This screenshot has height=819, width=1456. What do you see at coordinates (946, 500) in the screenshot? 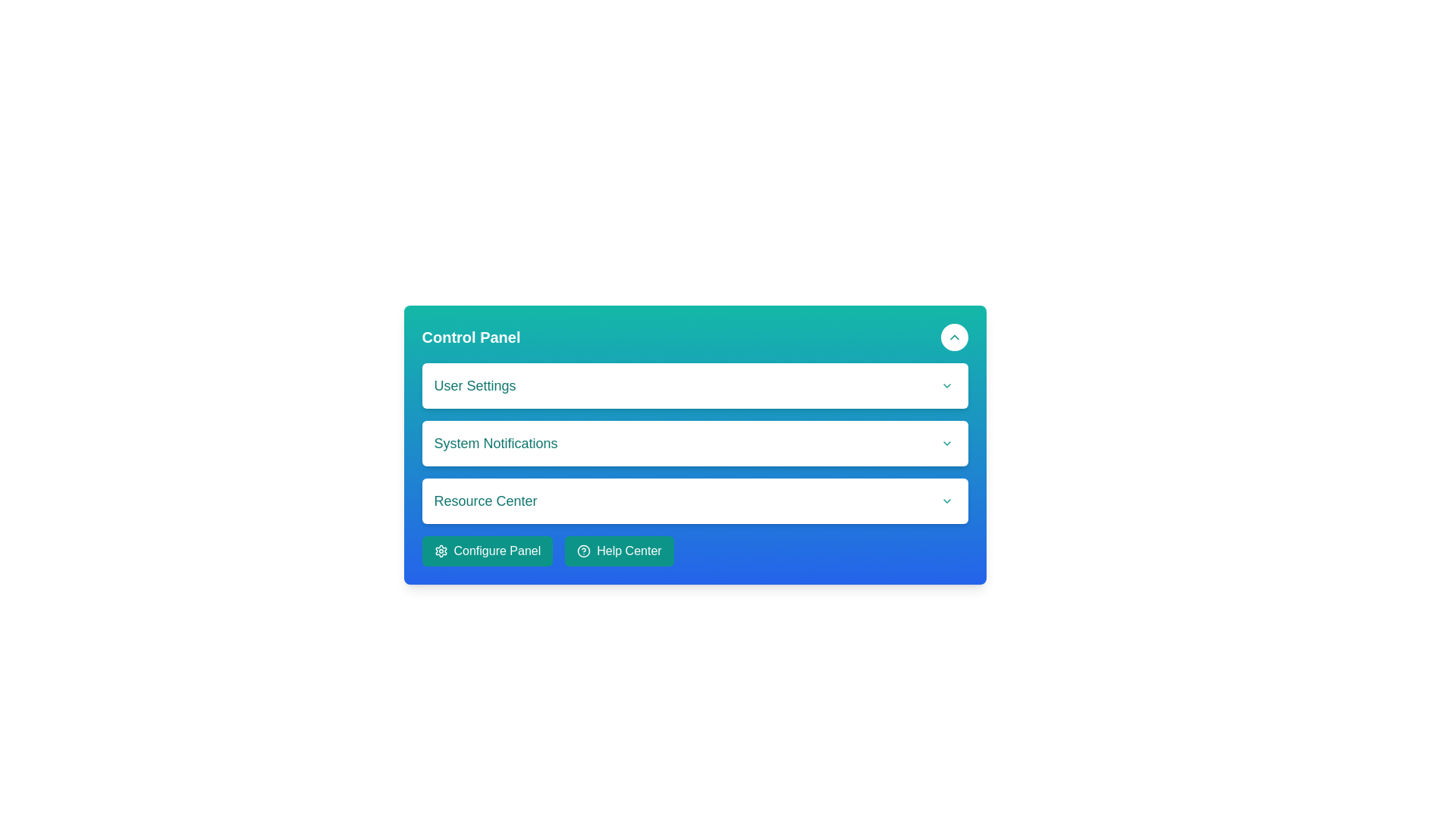
I see `the chevron icon in the bottom-right corner of the 'Resource Center' section` at bounding box center [946, 500].